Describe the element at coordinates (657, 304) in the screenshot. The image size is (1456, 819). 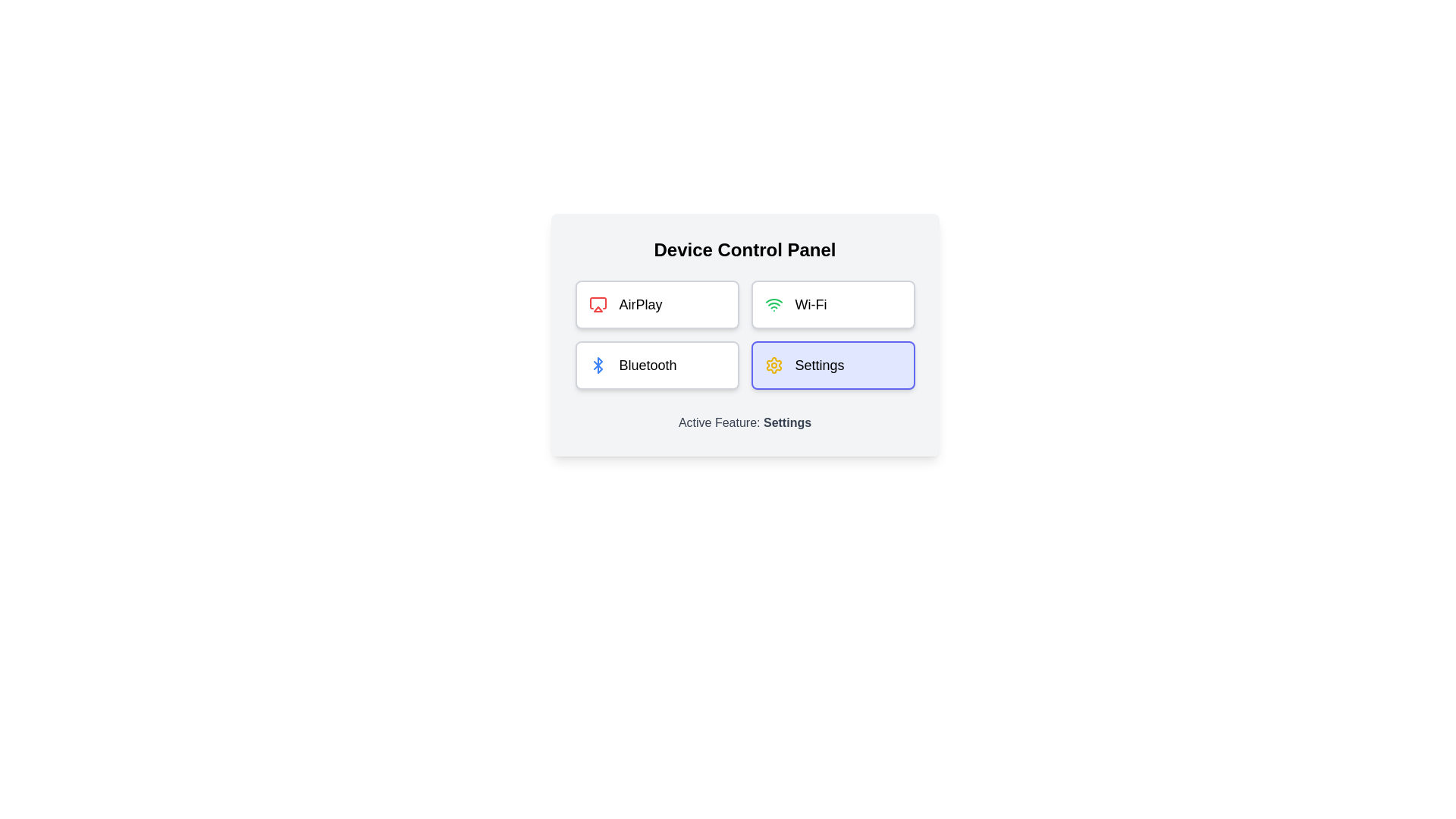
I see `the feature button AirPlay to view its hover effect` at that location.